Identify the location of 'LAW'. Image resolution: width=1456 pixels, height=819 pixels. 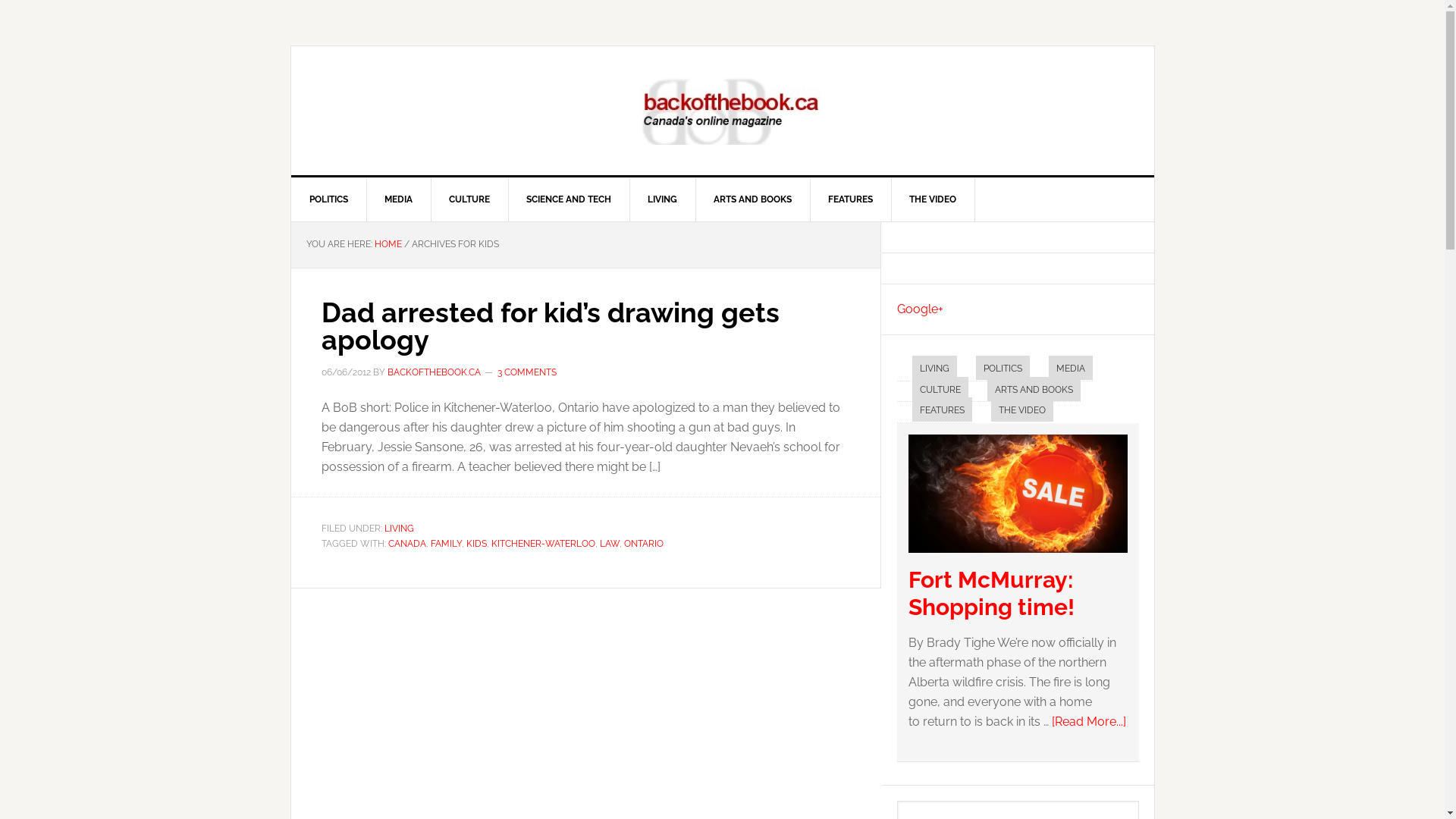
(608, 543).